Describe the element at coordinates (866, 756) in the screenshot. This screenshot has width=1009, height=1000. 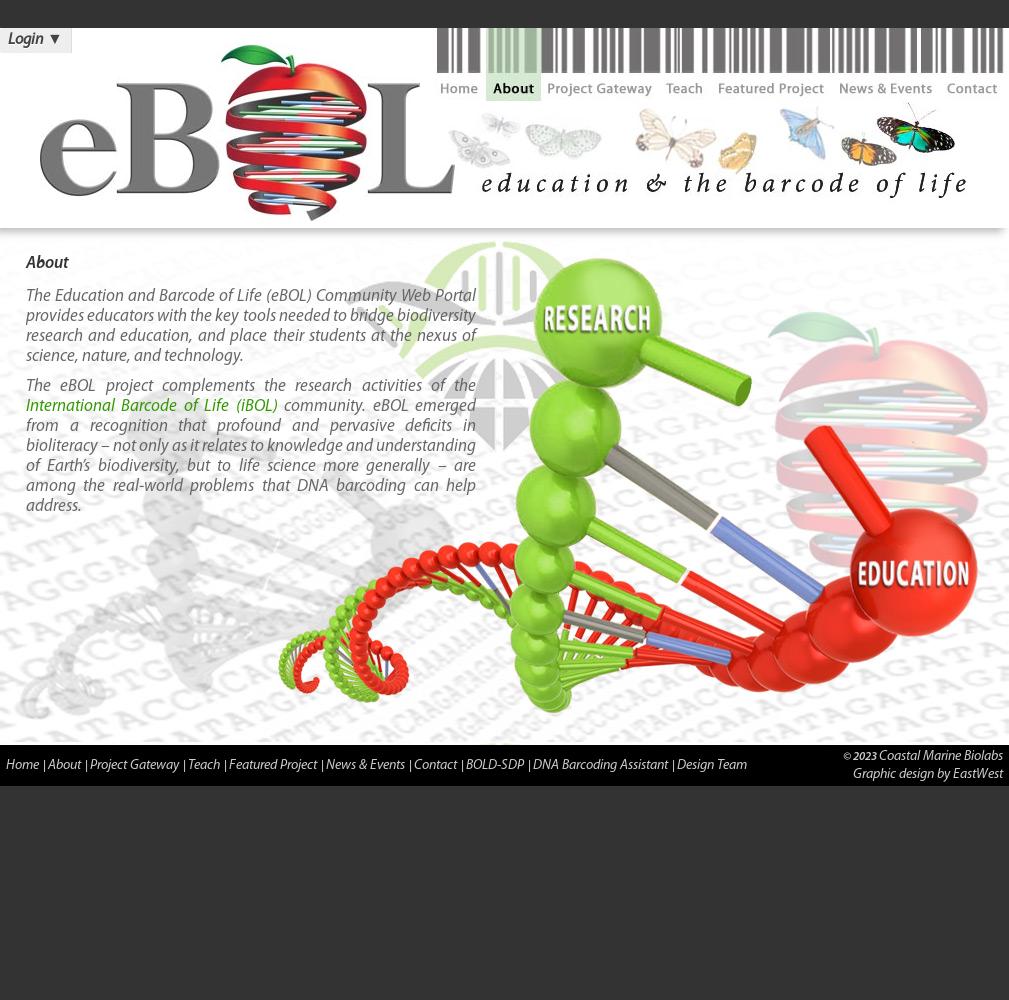
I see `'2023'` at that location.